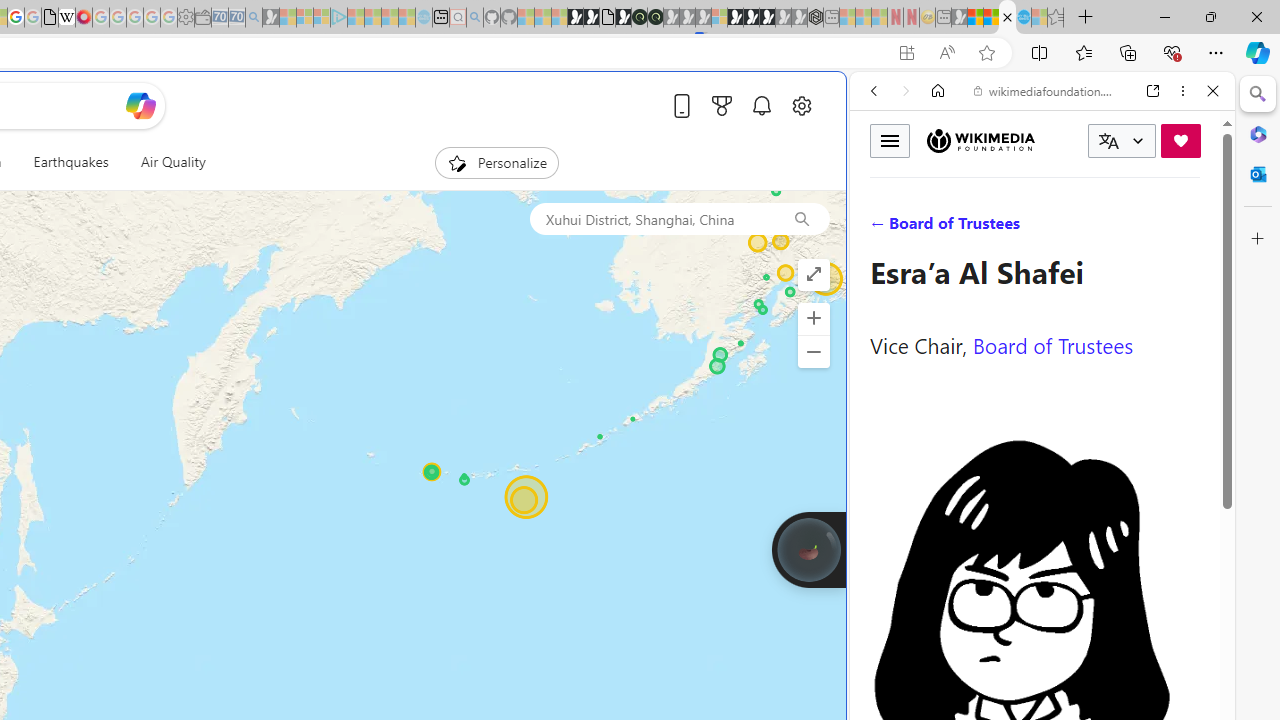 This screenshot has height=720, width=1280. Describe the element at coordinates (887, 669) in the screenshot. I see `'Global web icon'` at that location.